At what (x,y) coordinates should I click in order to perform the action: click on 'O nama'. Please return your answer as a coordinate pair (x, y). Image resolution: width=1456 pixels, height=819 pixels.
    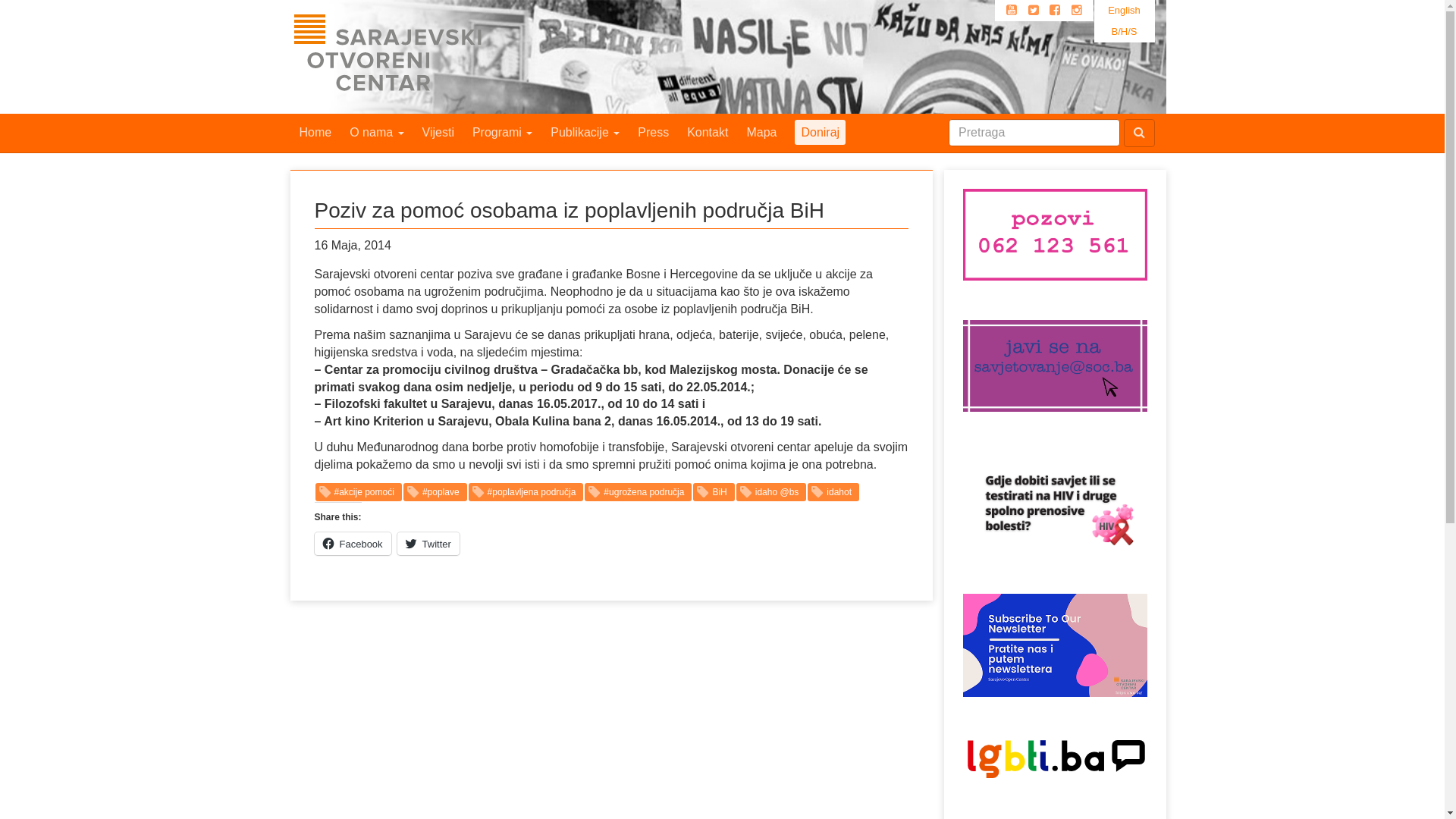
    Looking at the image, I should click on (340, 131).